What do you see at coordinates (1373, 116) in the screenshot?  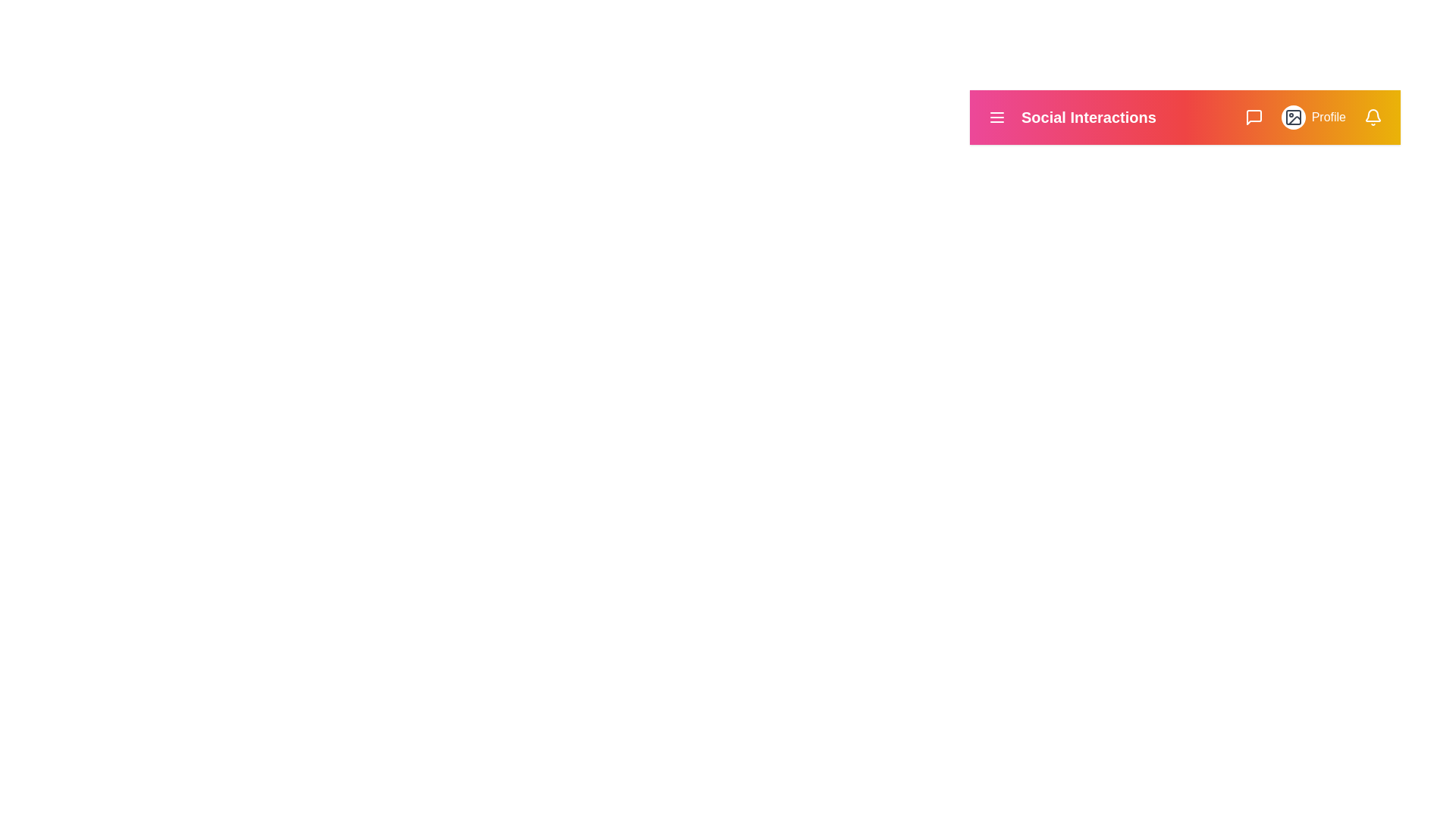 I see `the notifications icon to view notifications` at bounding box center [1373, 116].